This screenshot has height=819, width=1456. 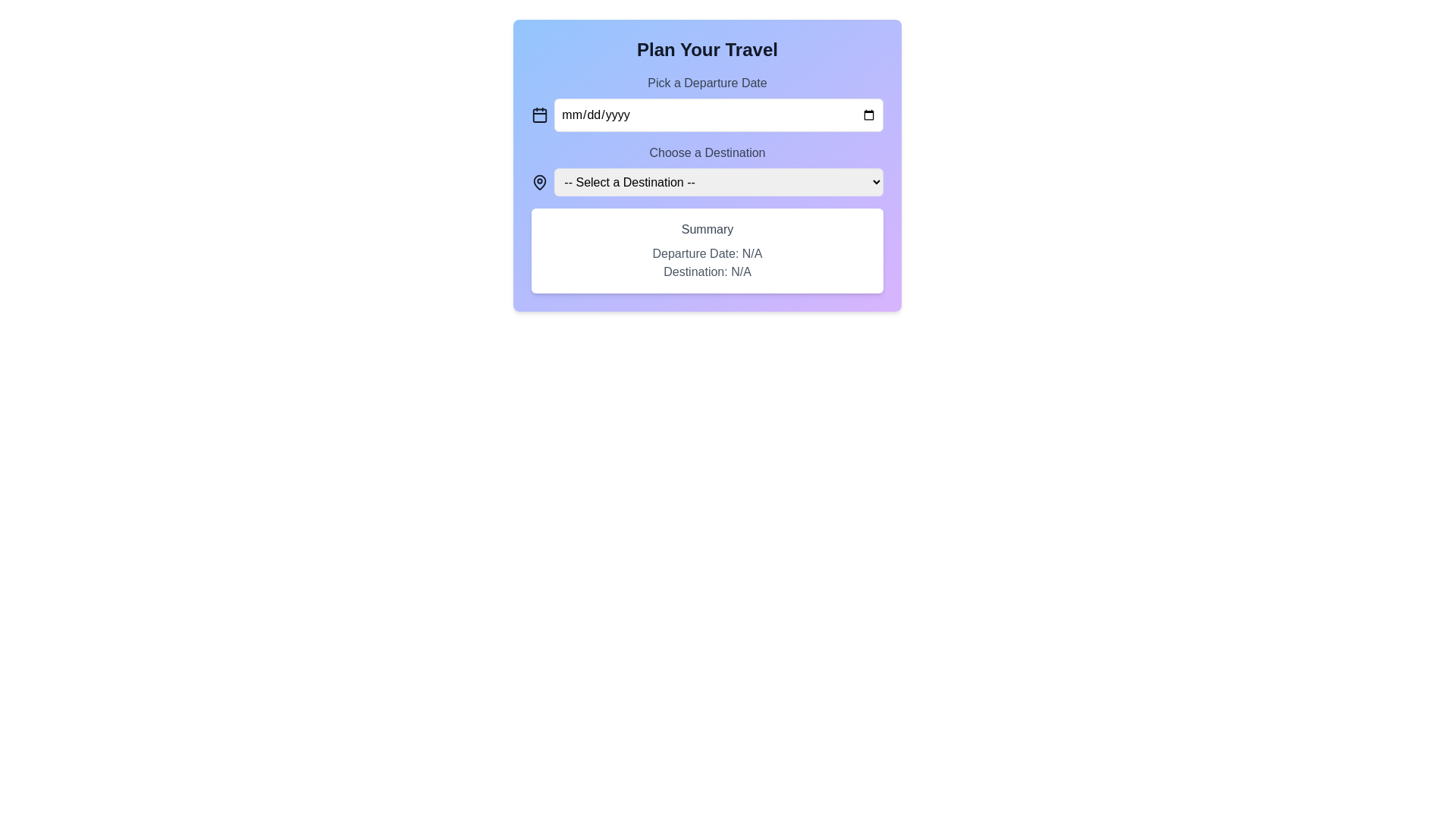 What do you see at coordinates (706, 271) in the screenshot?
I see `the static text label that provides information about the selected destination for the travel plan, located below 'Summary' in the card section` at bounding box center [706, 271].